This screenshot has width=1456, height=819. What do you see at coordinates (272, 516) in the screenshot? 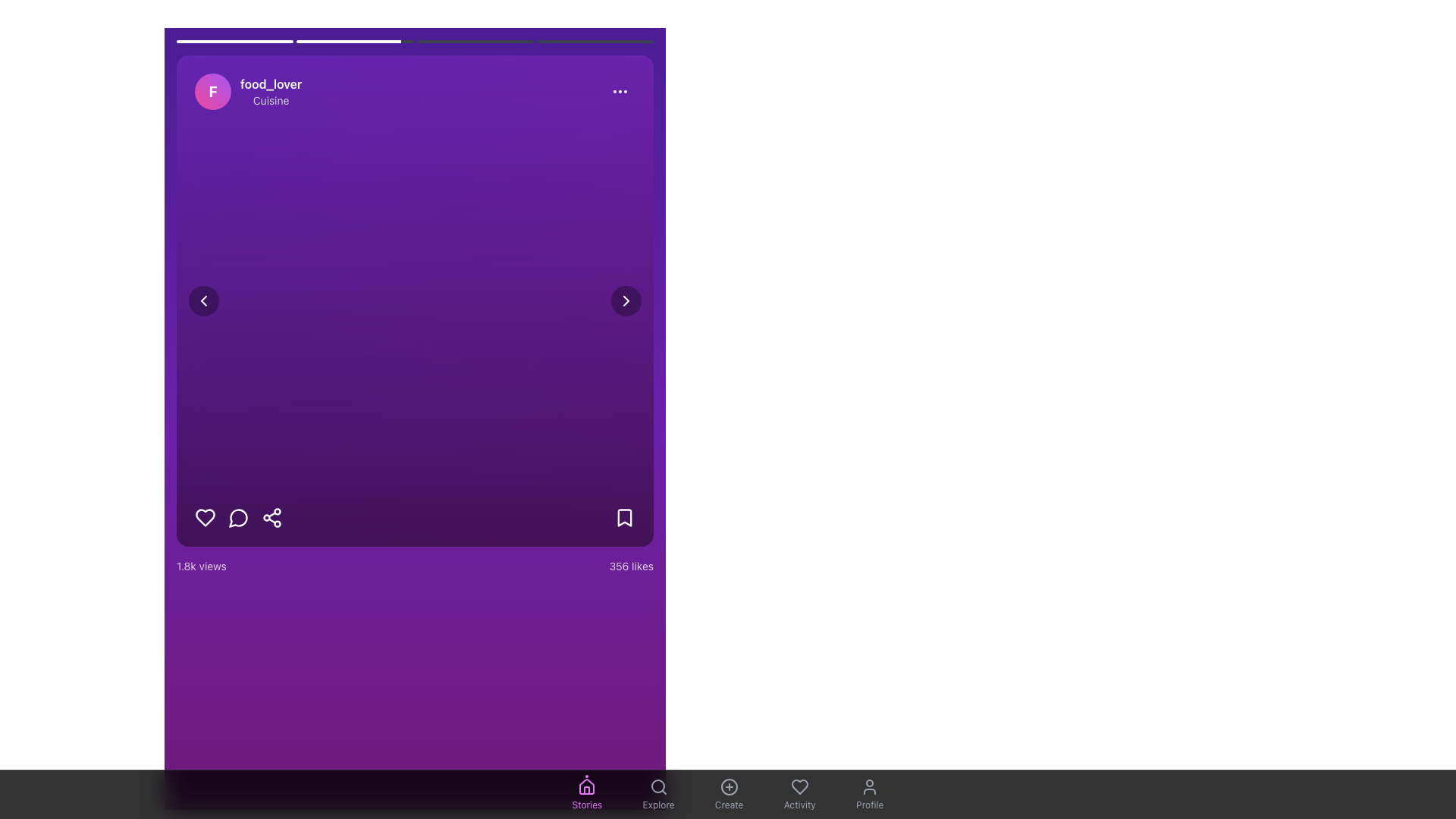
I see `the third button in the horizontal sequence of icons at the bottom of the content card` at bounding box center [272, 516].